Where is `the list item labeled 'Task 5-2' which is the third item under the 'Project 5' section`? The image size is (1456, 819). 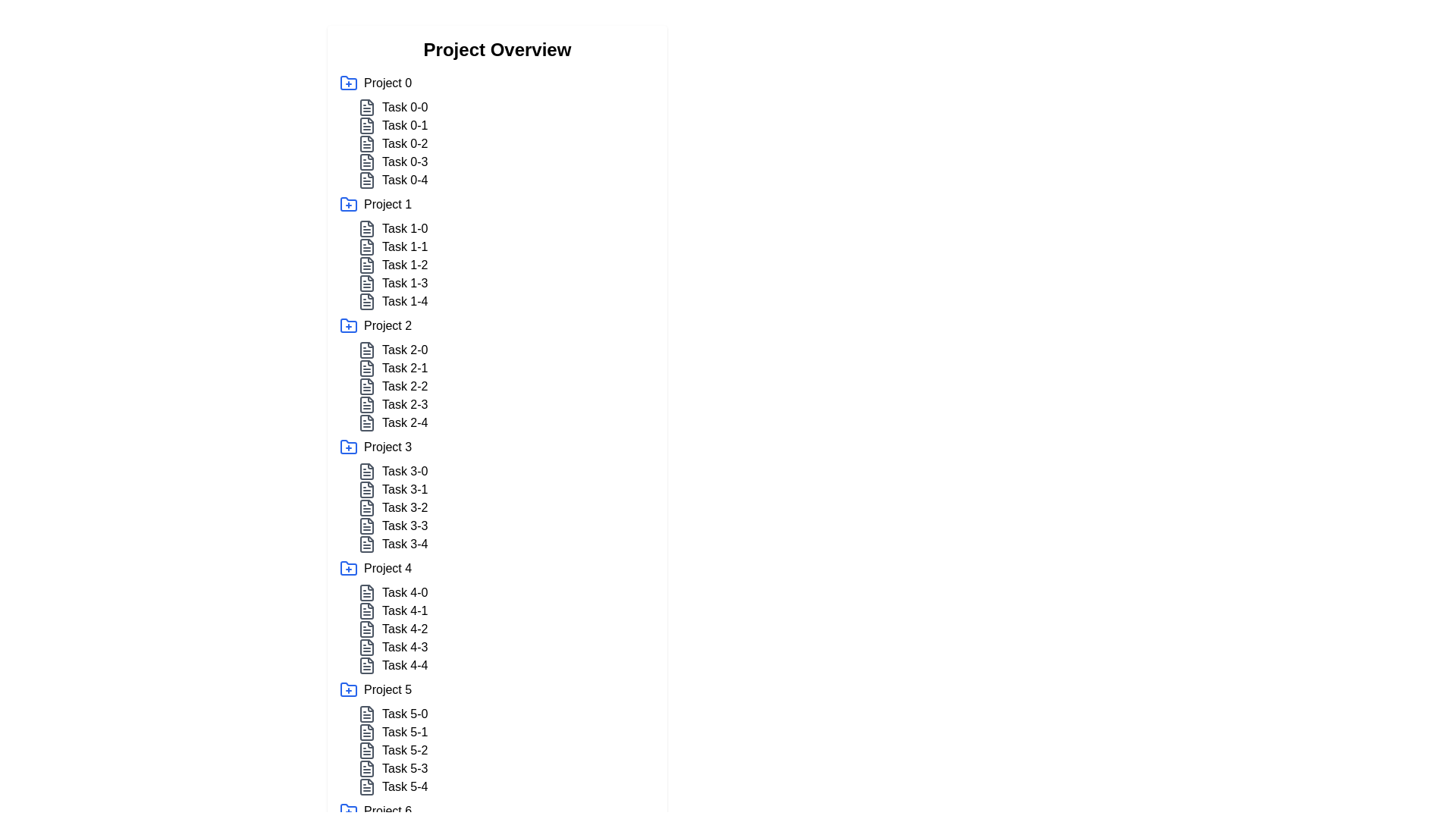 the list item labeled 'Task 5-2' which is the third item under the 'Project 5' section is located at coordinates (506, 751).